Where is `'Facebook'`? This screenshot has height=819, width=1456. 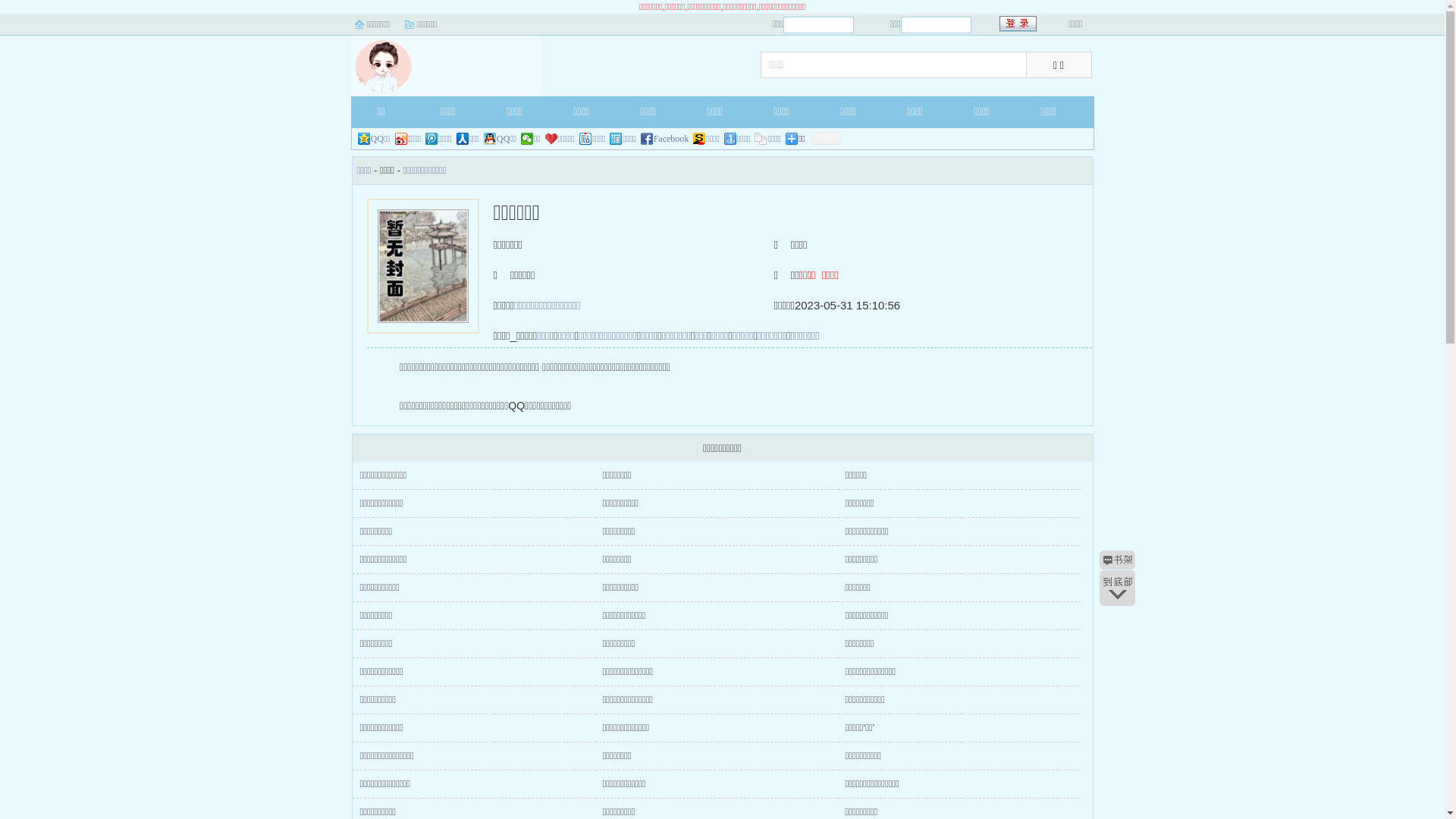
'Facebook' is located at coordinates (665, 138).